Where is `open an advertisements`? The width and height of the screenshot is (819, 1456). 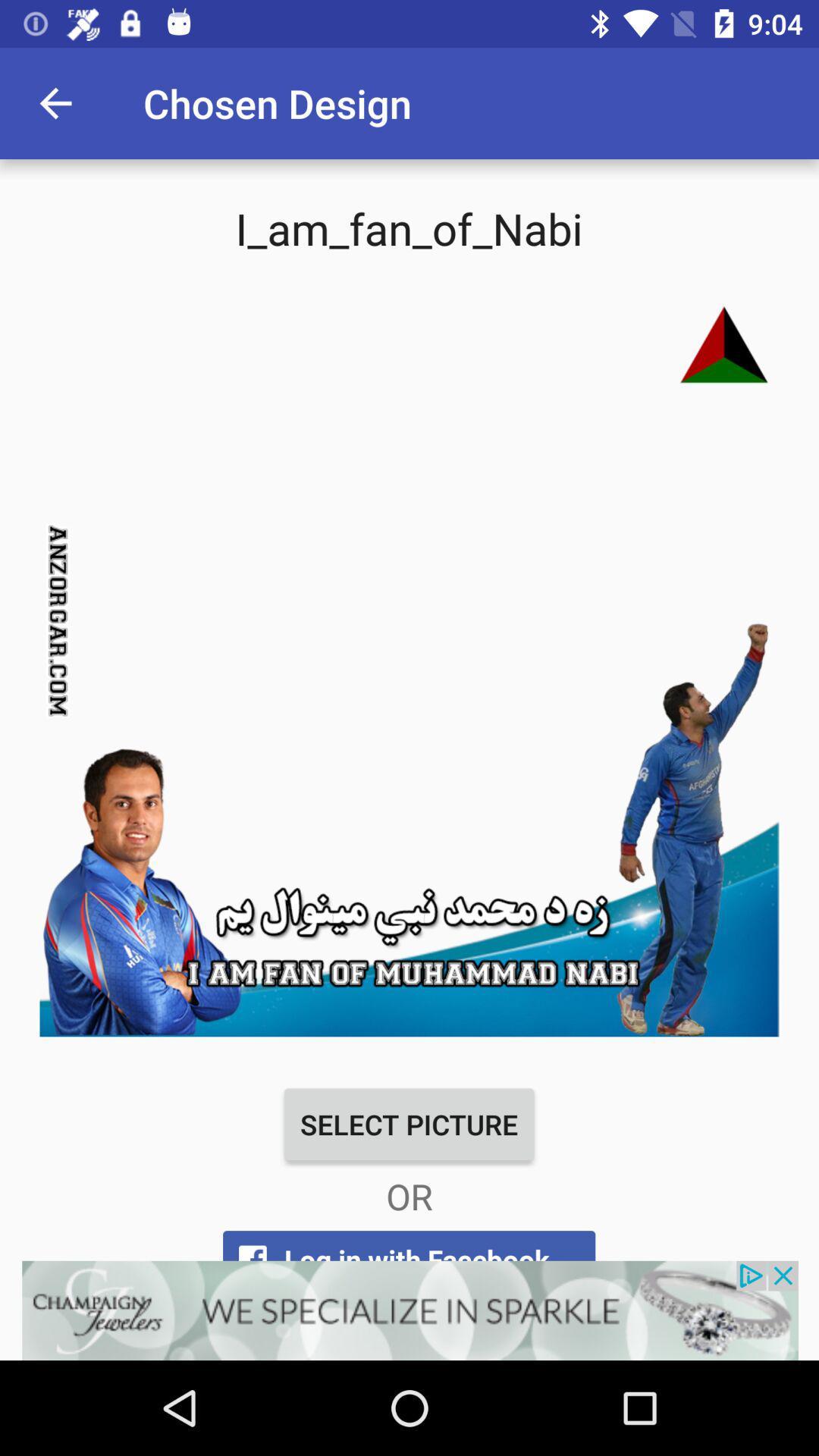 open an advertisements is located at coordinates (409, 1310).